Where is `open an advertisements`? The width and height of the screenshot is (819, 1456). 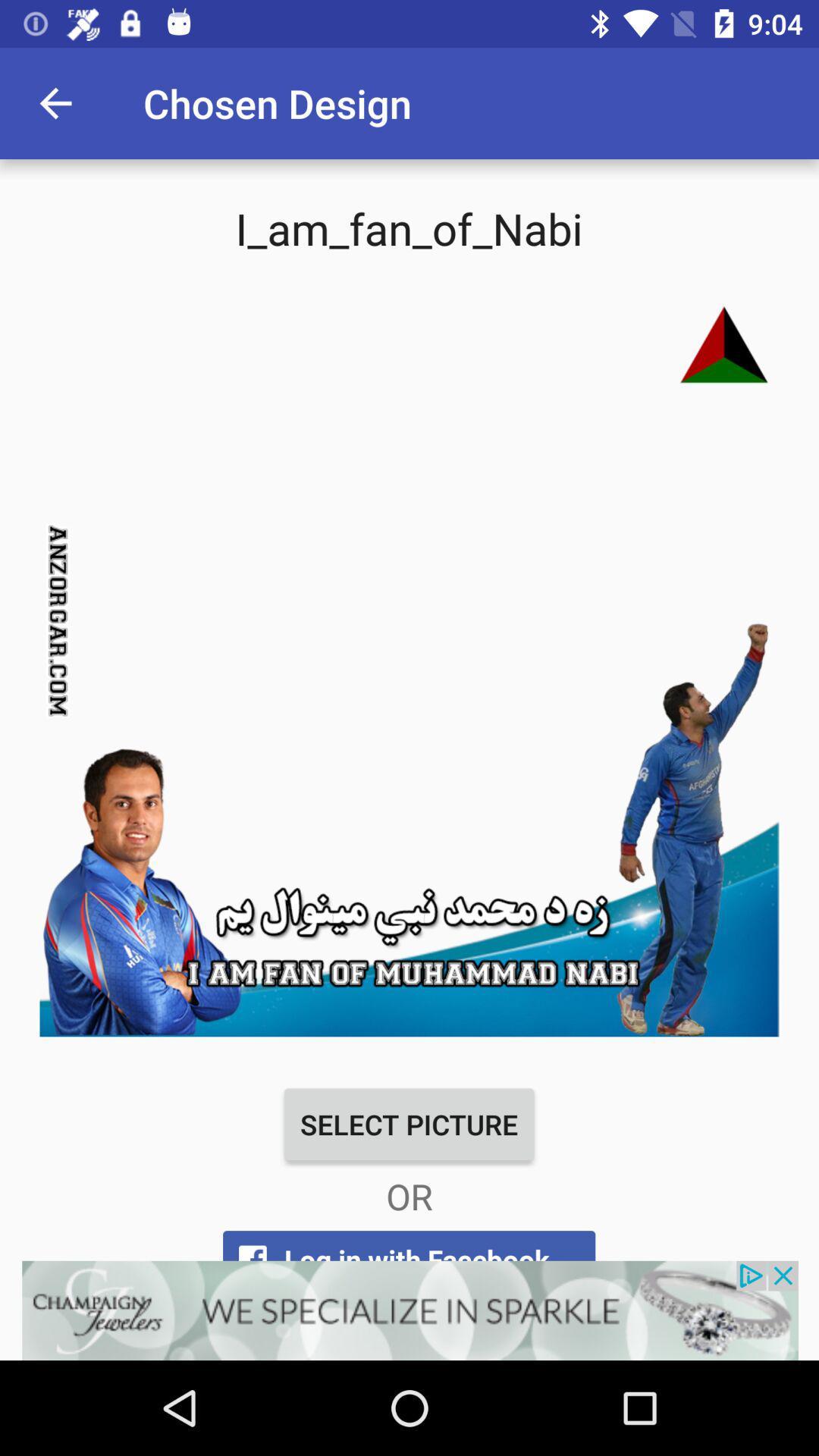 open an advertisements is located at coordinates (409, 1310).